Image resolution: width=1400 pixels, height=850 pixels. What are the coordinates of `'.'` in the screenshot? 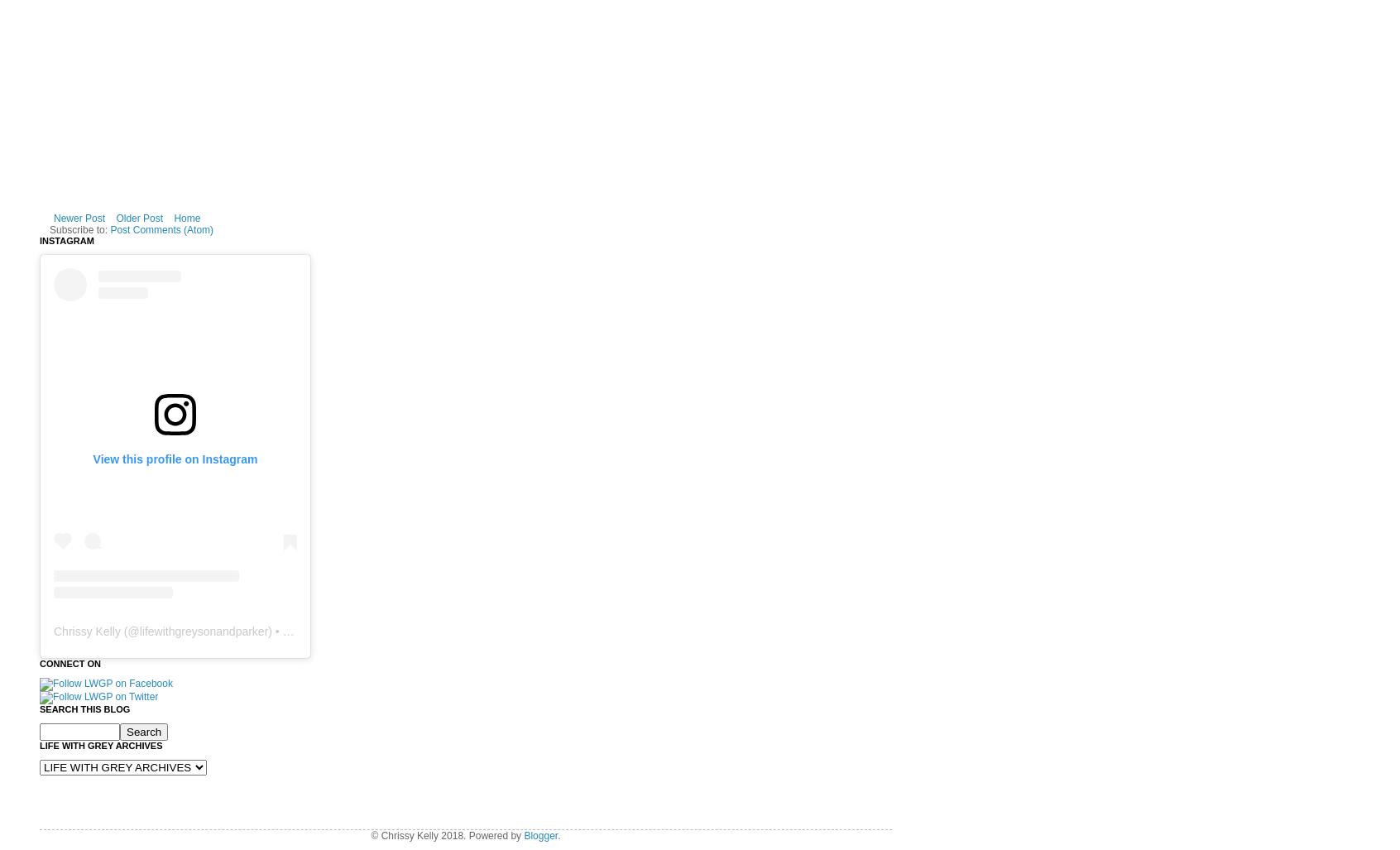 It's located at (559, 834).